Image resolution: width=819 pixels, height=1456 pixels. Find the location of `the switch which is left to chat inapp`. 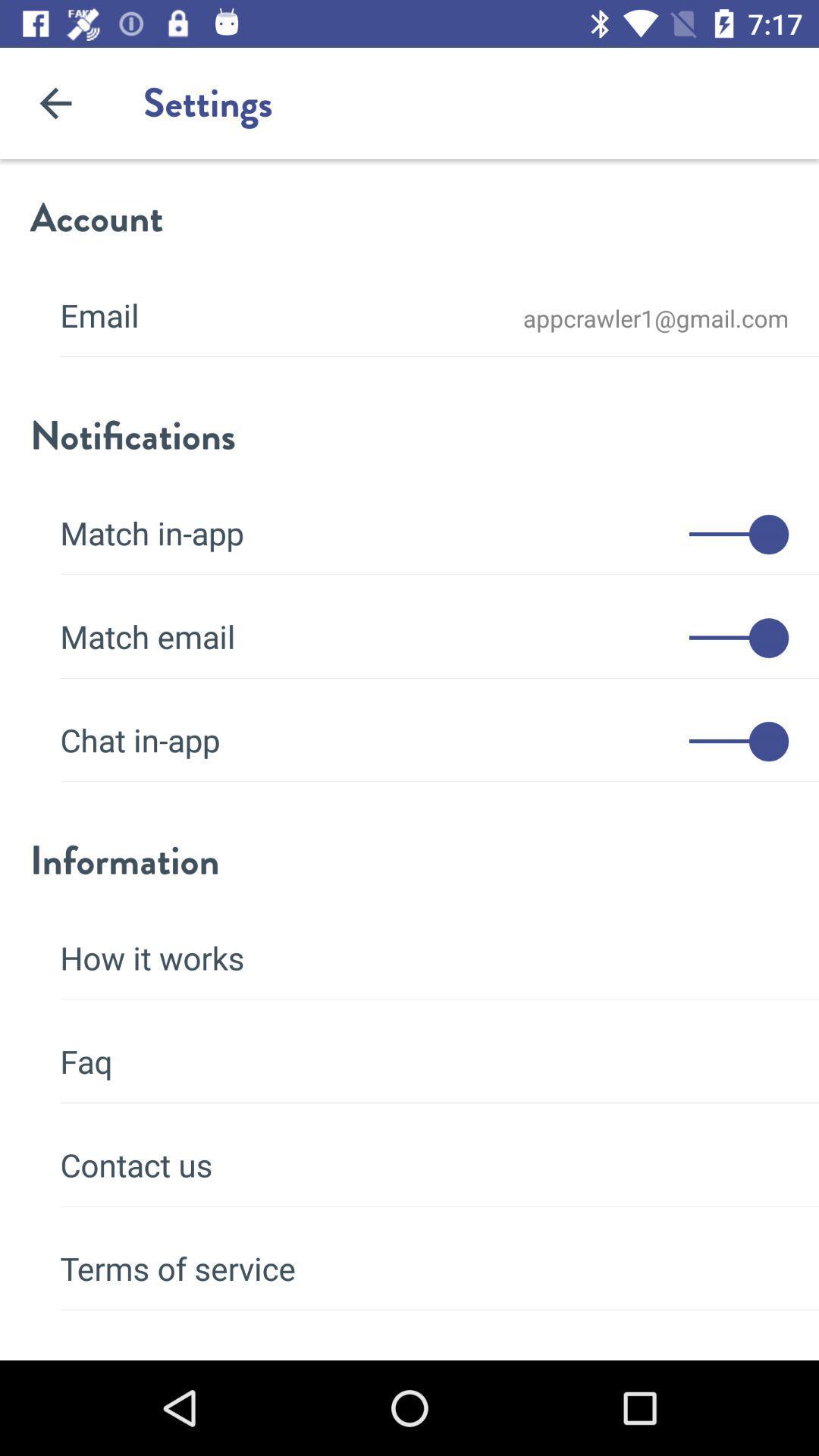

the switch which is left to chat inapp is located at coordinates (738, 742).